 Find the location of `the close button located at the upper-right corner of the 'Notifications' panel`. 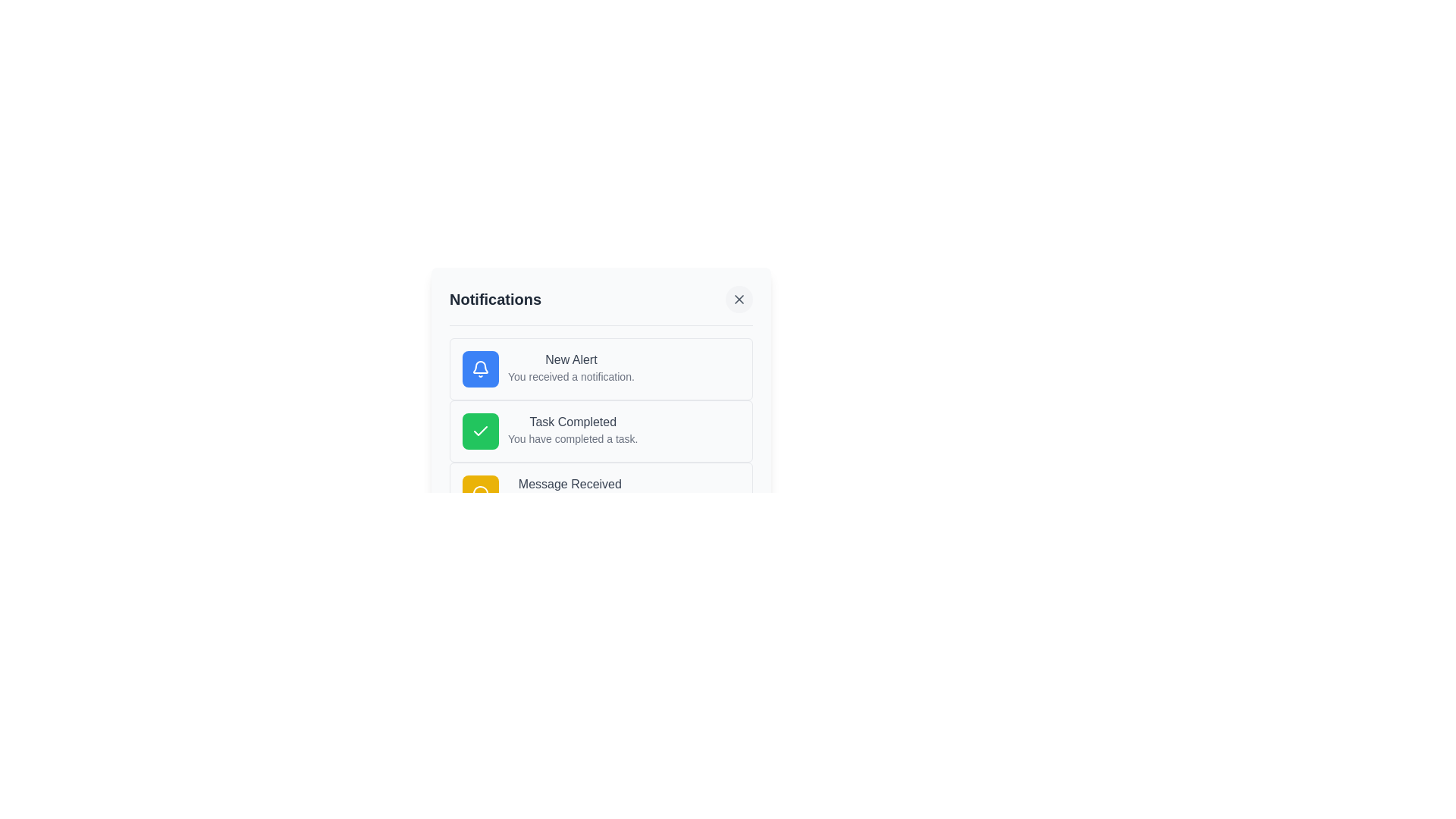

the close button located at the upper-right corner of the 'Notifications' panel is located at coordinates (739, 299).